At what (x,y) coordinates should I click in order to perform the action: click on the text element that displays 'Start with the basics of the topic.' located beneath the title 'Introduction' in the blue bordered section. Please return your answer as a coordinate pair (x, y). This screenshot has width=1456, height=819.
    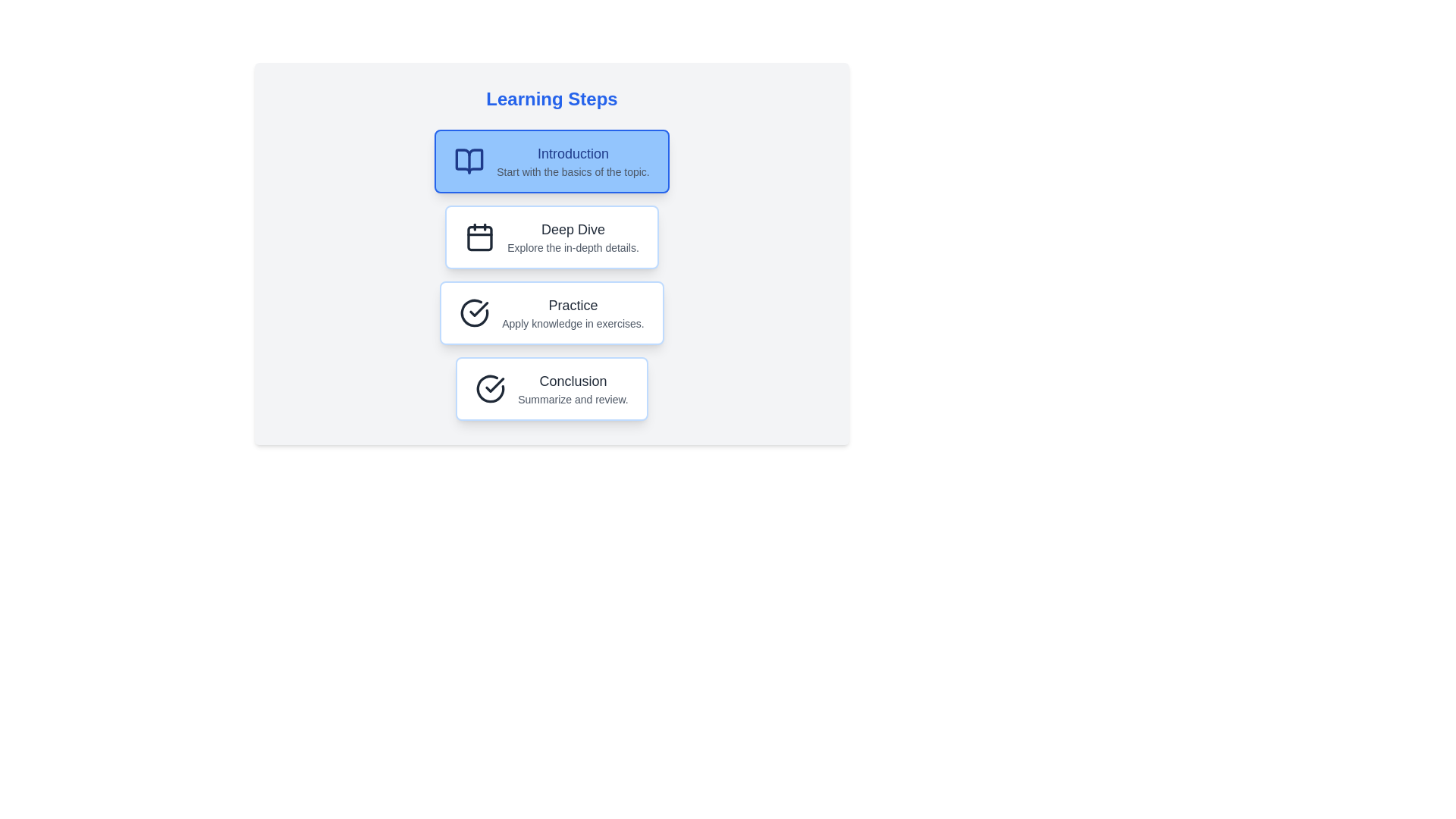
    Looking at the image, I should click on (572, 171).